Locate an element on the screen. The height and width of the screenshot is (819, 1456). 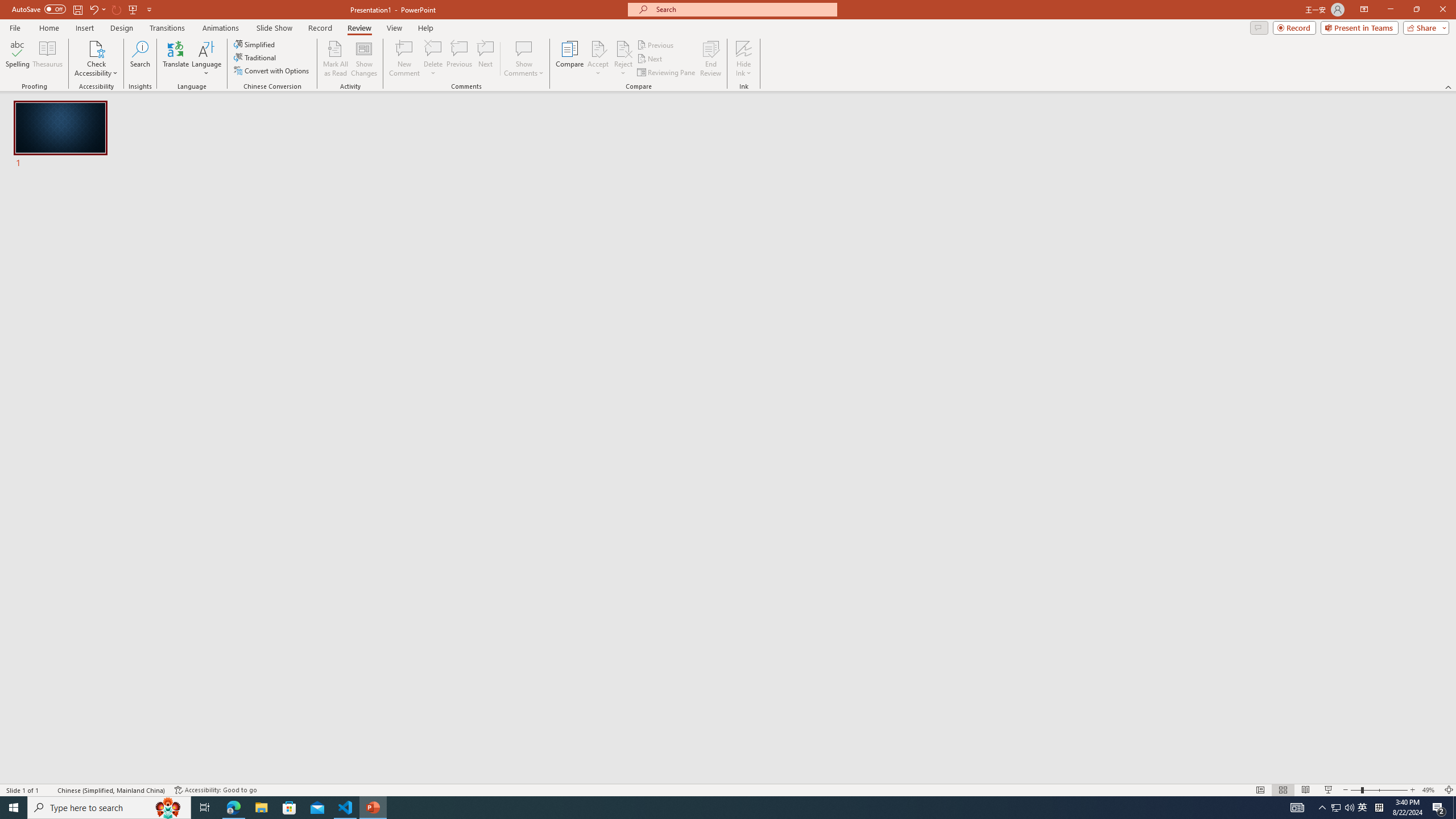
'Search' is located at coordinates (140, 59).